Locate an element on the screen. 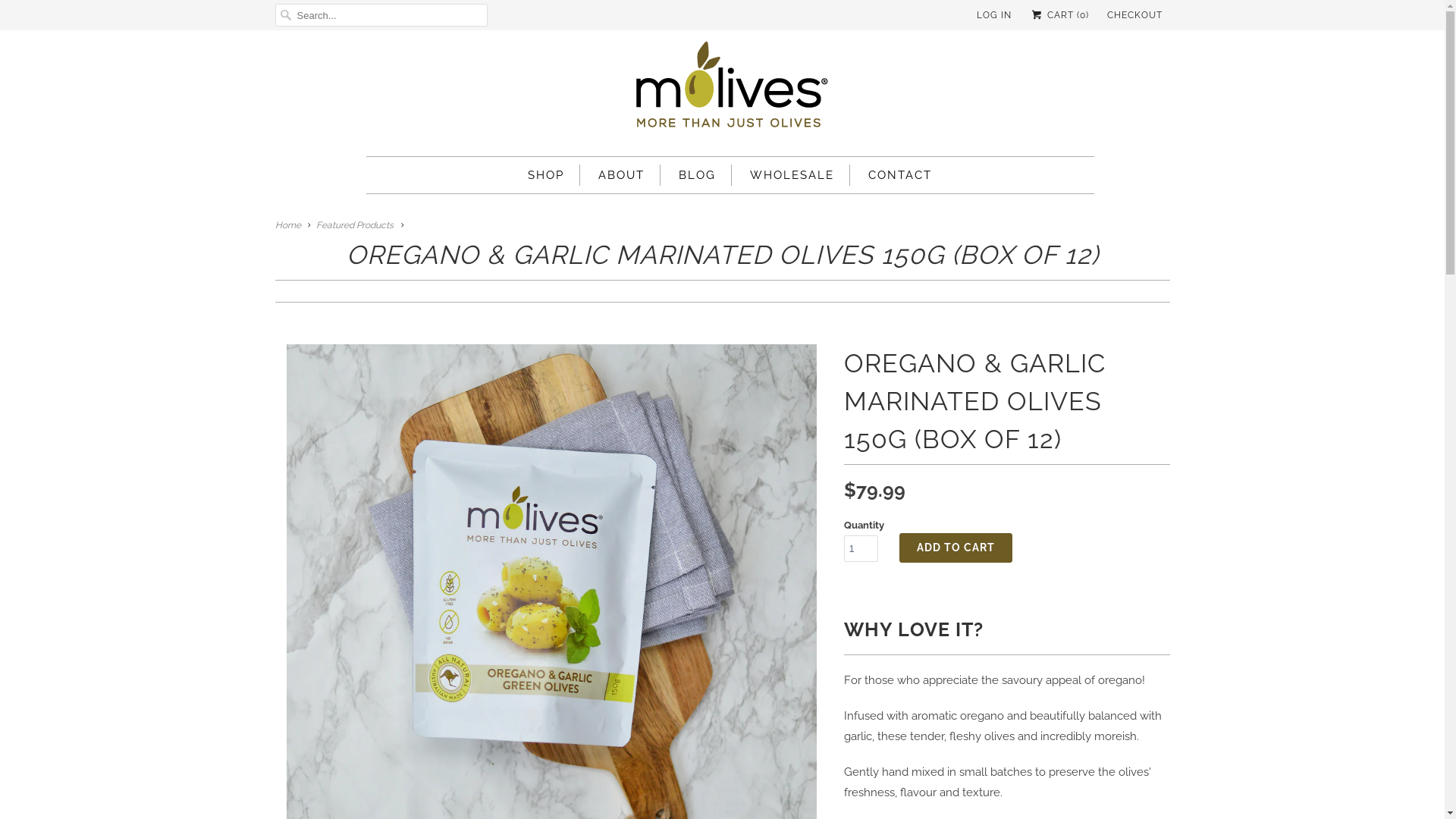 Image resolution: width=1456 pixels, height=819 pixels. 'CHECKOUT' is located at coordinates (1134, 14).